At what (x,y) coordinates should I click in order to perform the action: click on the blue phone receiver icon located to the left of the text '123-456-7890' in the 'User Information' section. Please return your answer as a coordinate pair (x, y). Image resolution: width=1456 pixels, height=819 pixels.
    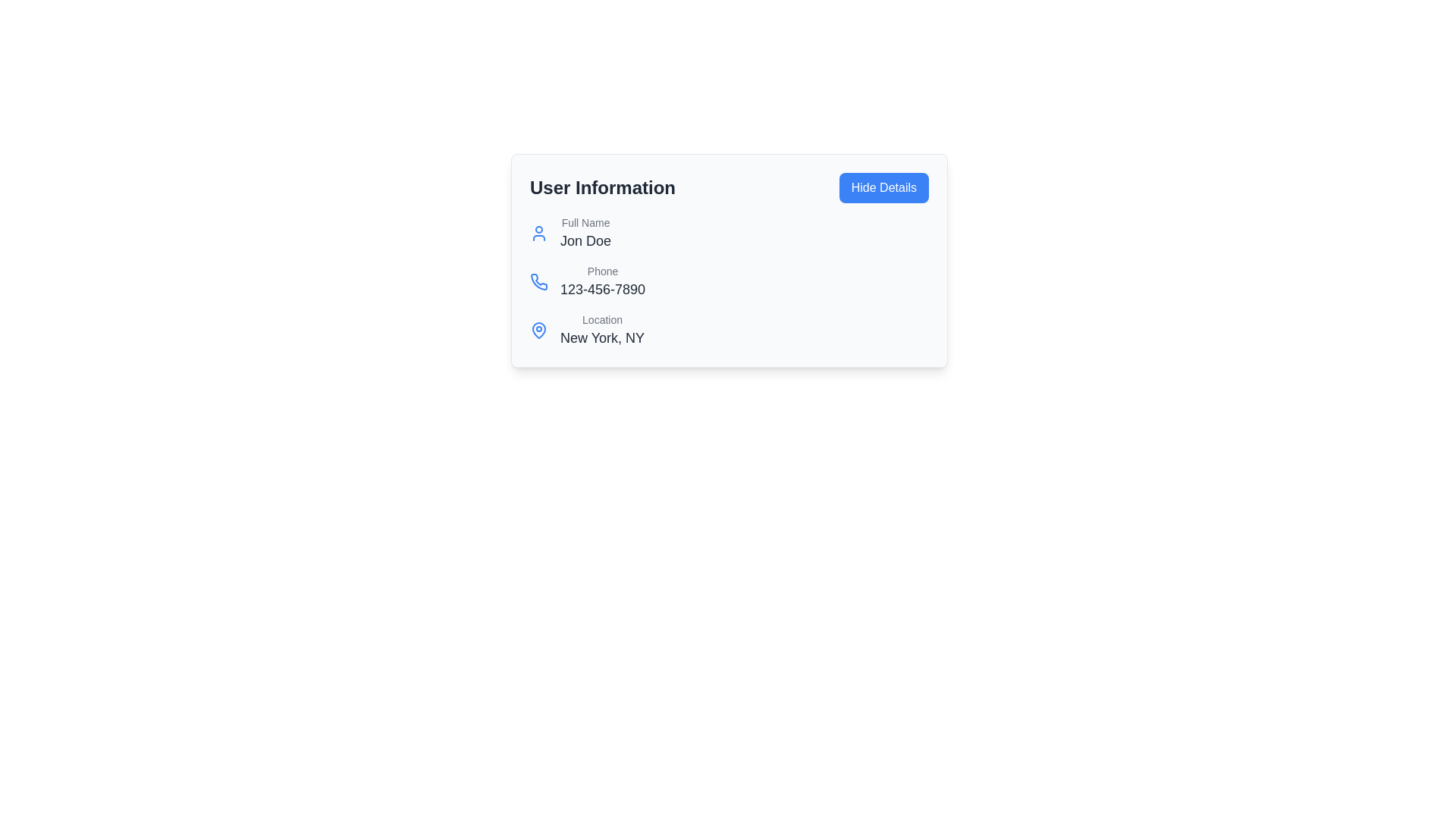
    Looking at the image, I should click on (538, 281).